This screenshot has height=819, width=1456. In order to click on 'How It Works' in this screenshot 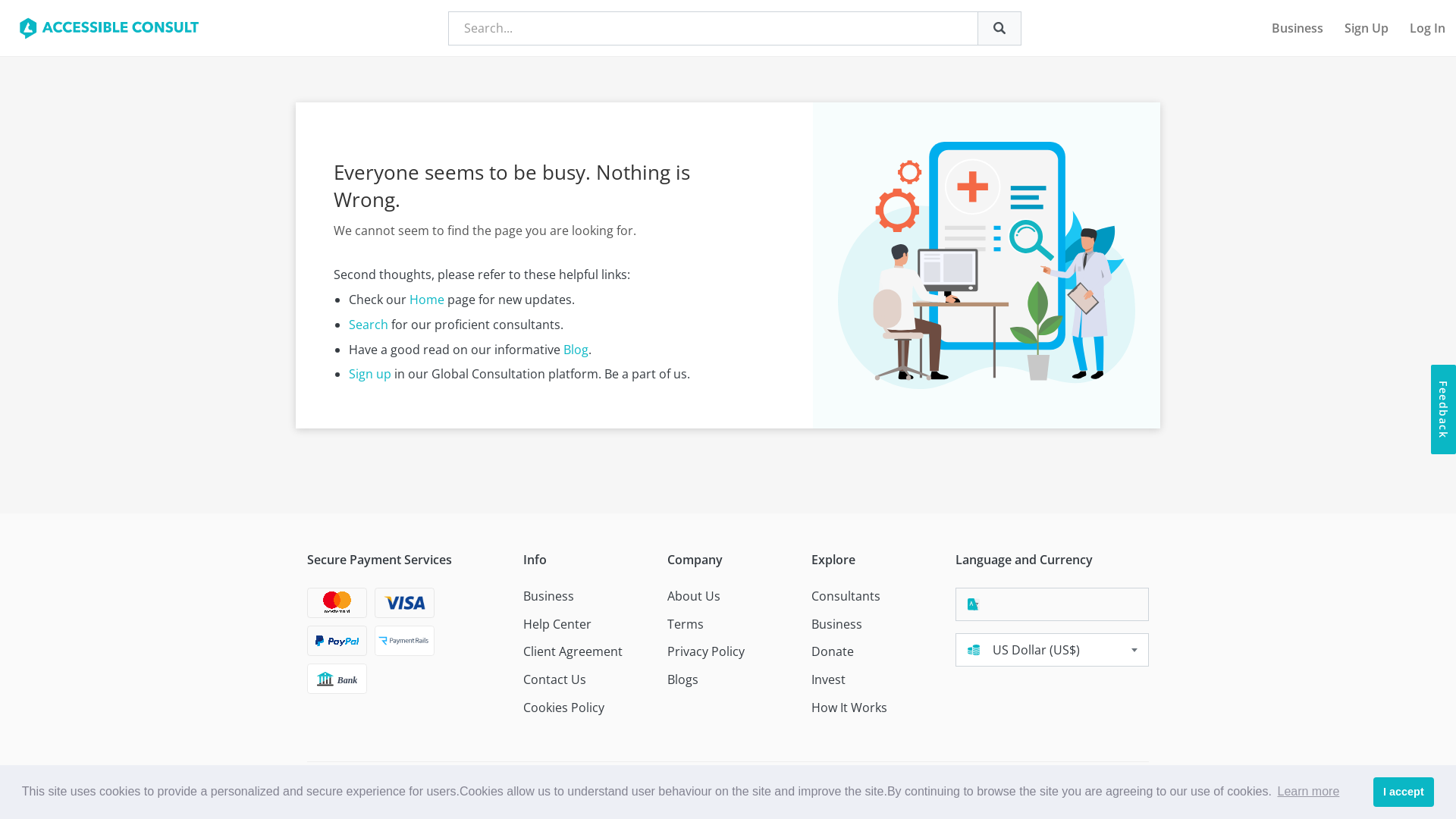, I will do `click(848, 708)`.